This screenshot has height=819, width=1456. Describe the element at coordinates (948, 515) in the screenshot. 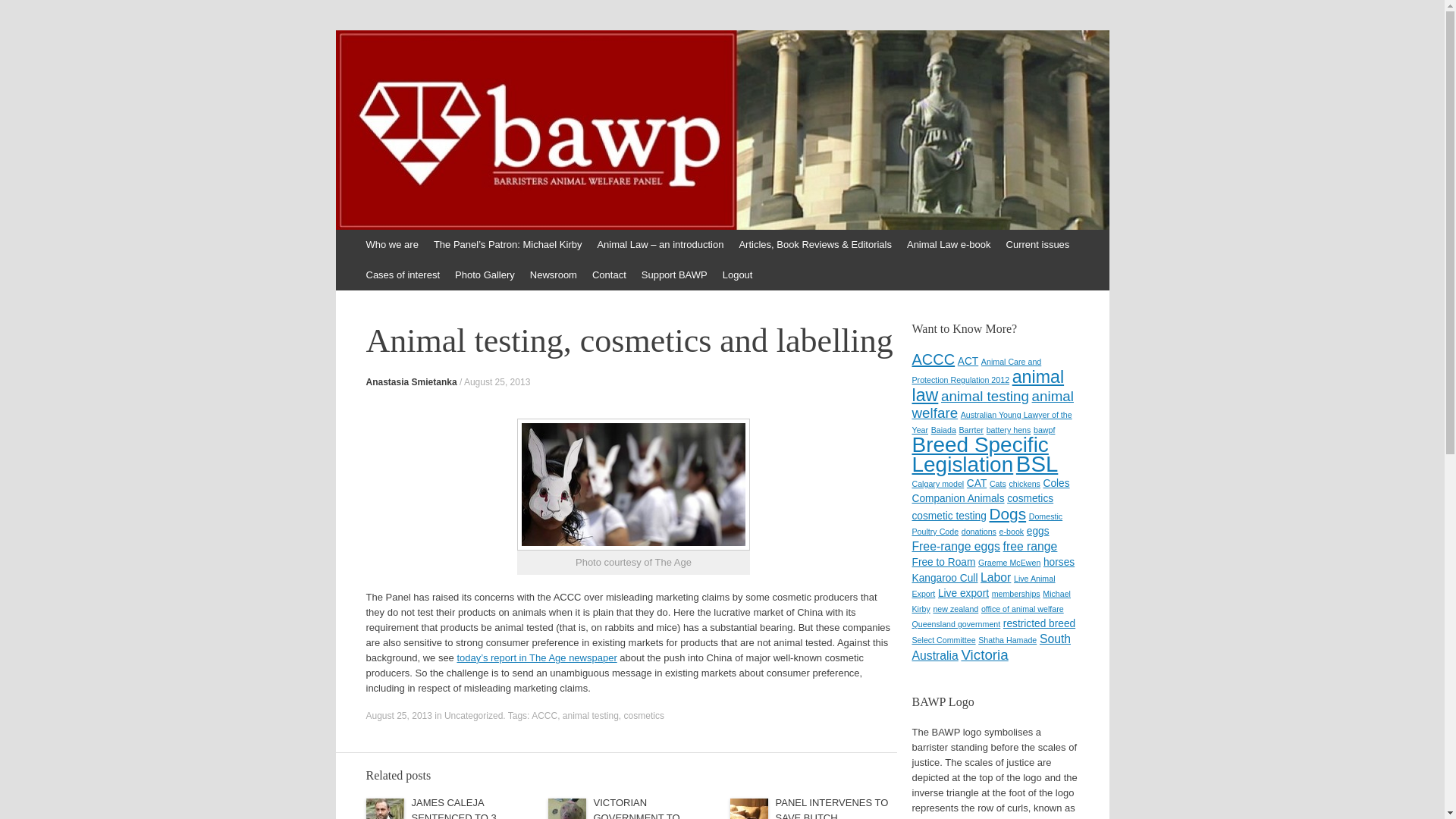

I see `'cosmetic testing'` at that location.